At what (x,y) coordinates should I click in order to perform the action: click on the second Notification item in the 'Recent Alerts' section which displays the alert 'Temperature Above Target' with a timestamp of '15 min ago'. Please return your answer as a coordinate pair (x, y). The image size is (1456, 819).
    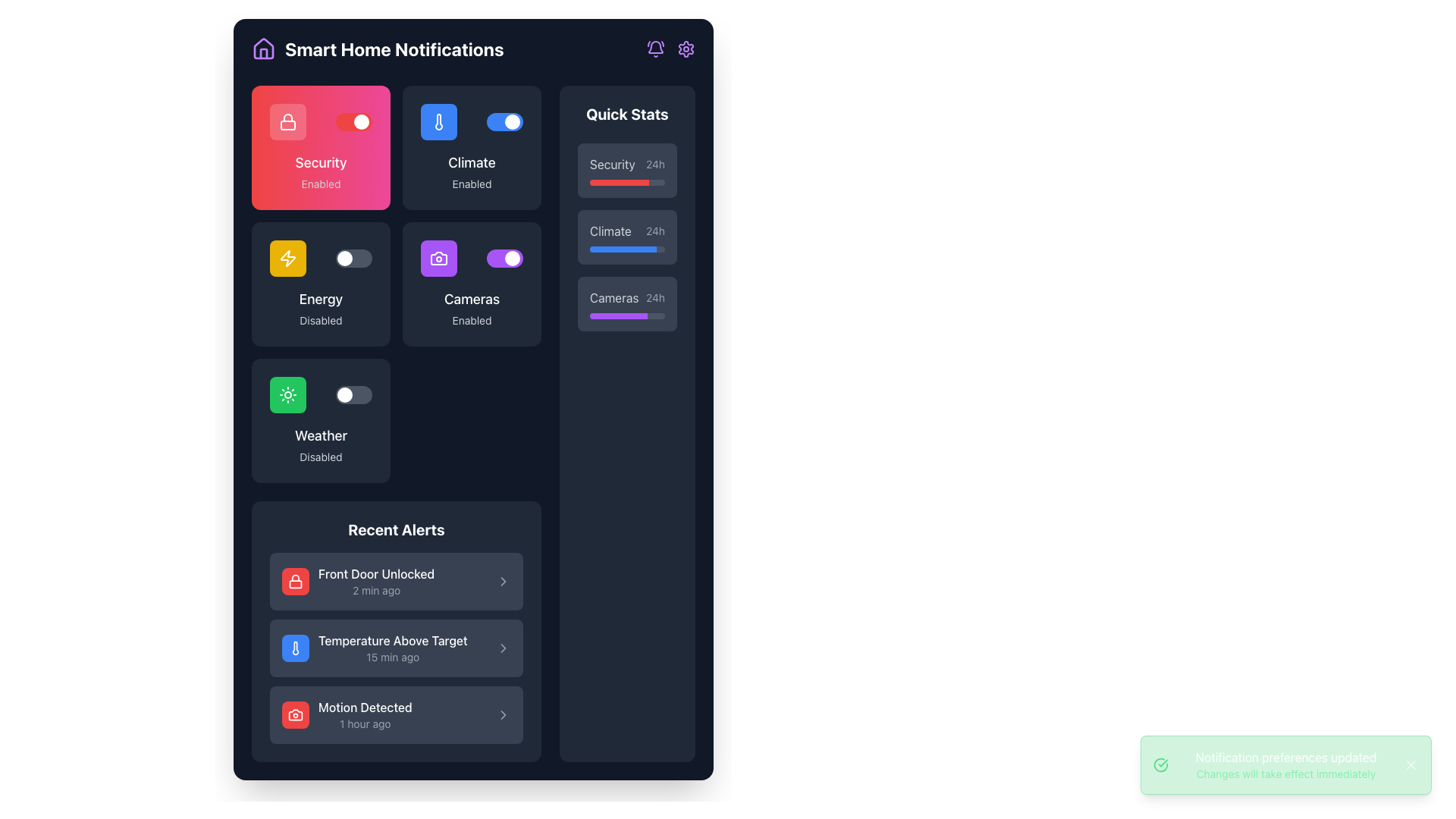
    Looking at the image, I should click on (397, 648).